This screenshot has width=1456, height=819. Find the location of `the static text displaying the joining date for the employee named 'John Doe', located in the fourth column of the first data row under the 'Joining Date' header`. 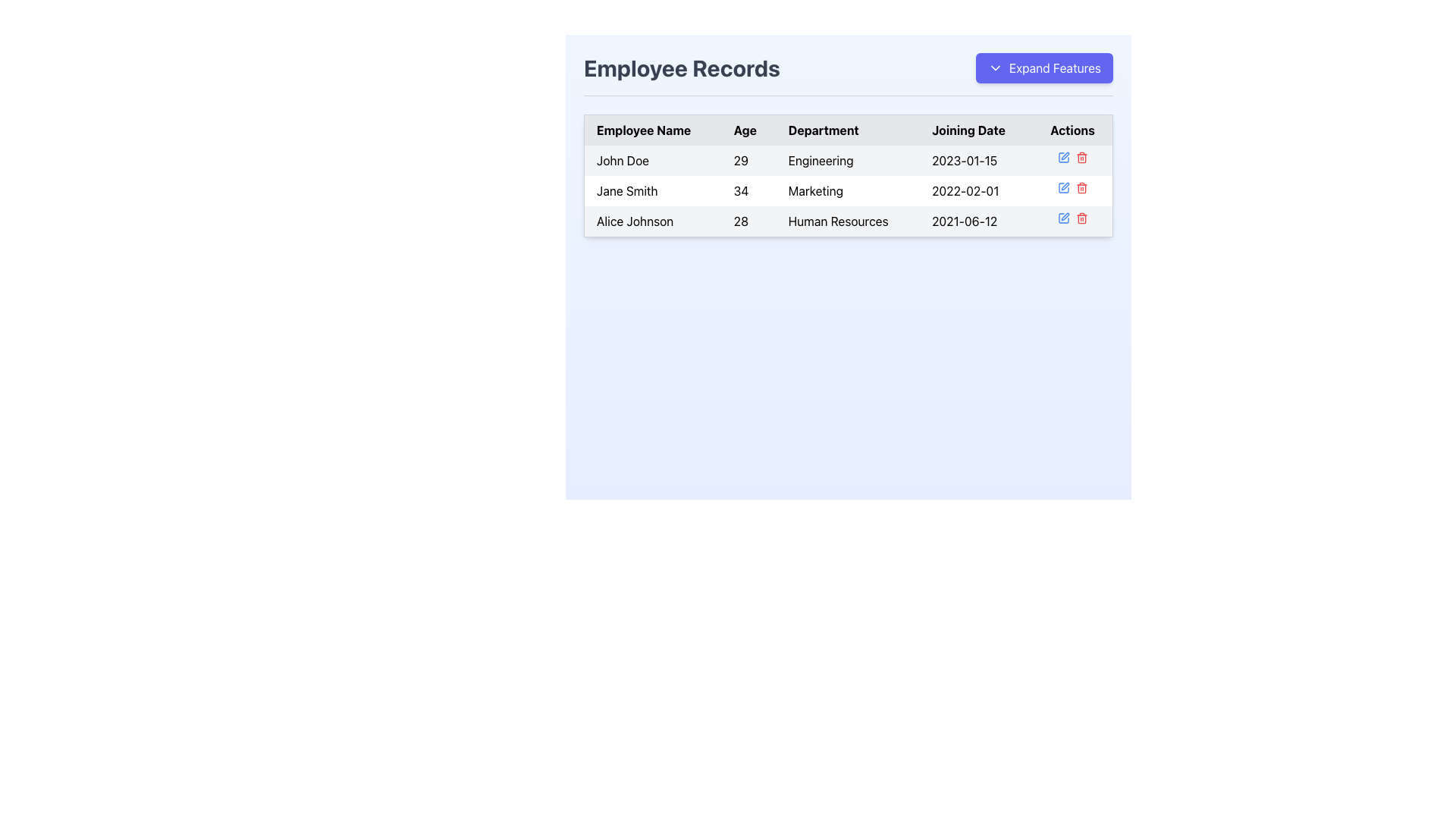

the static text displaying the joining date for the employee named 'John Doe', located in the fourth column of the first data row under the 'Joining Date' header is located at coordinates (976, 161).